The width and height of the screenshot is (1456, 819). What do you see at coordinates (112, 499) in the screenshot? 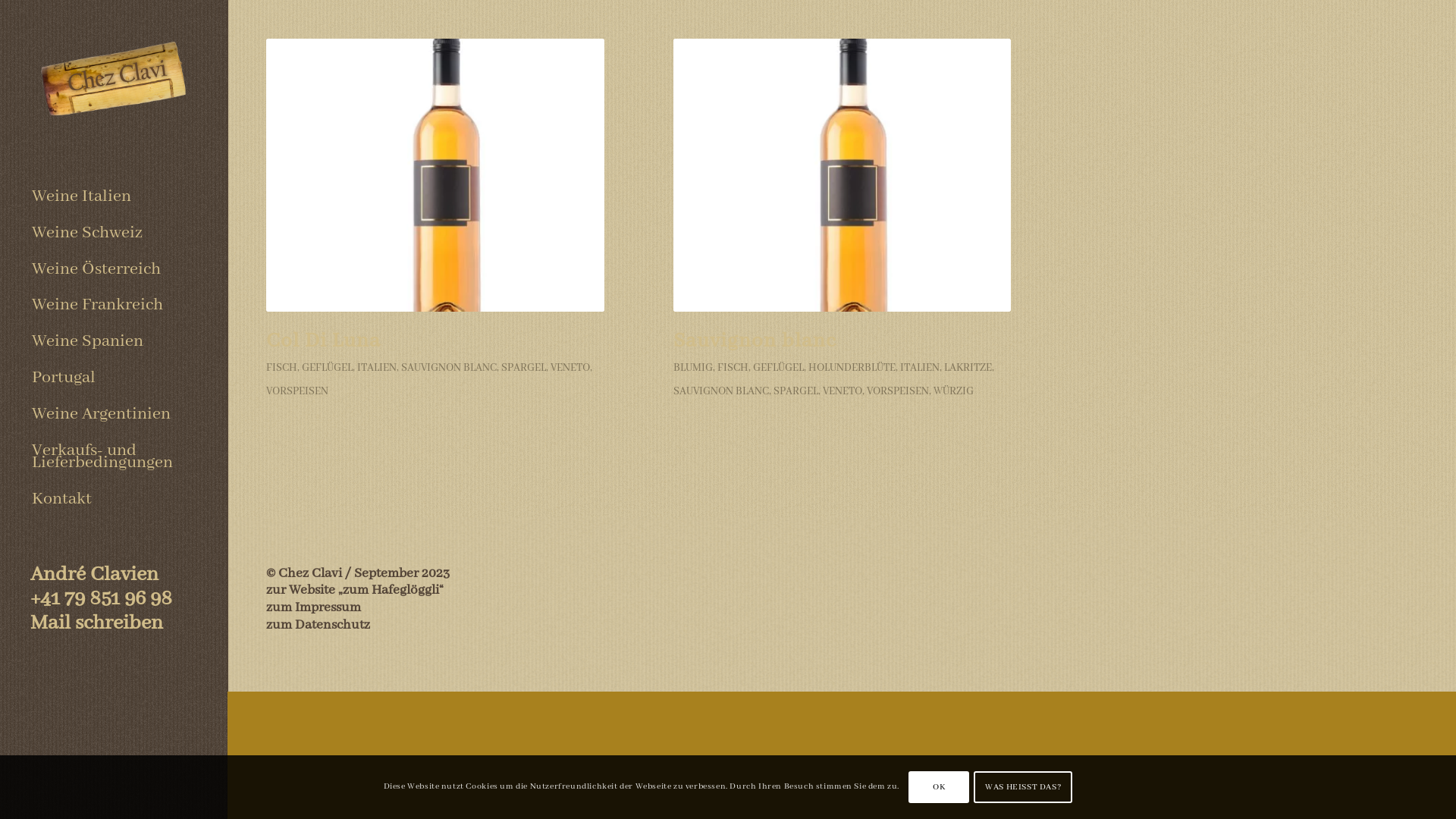
I see `'Kontakt'` at bounding box center [112, 499].